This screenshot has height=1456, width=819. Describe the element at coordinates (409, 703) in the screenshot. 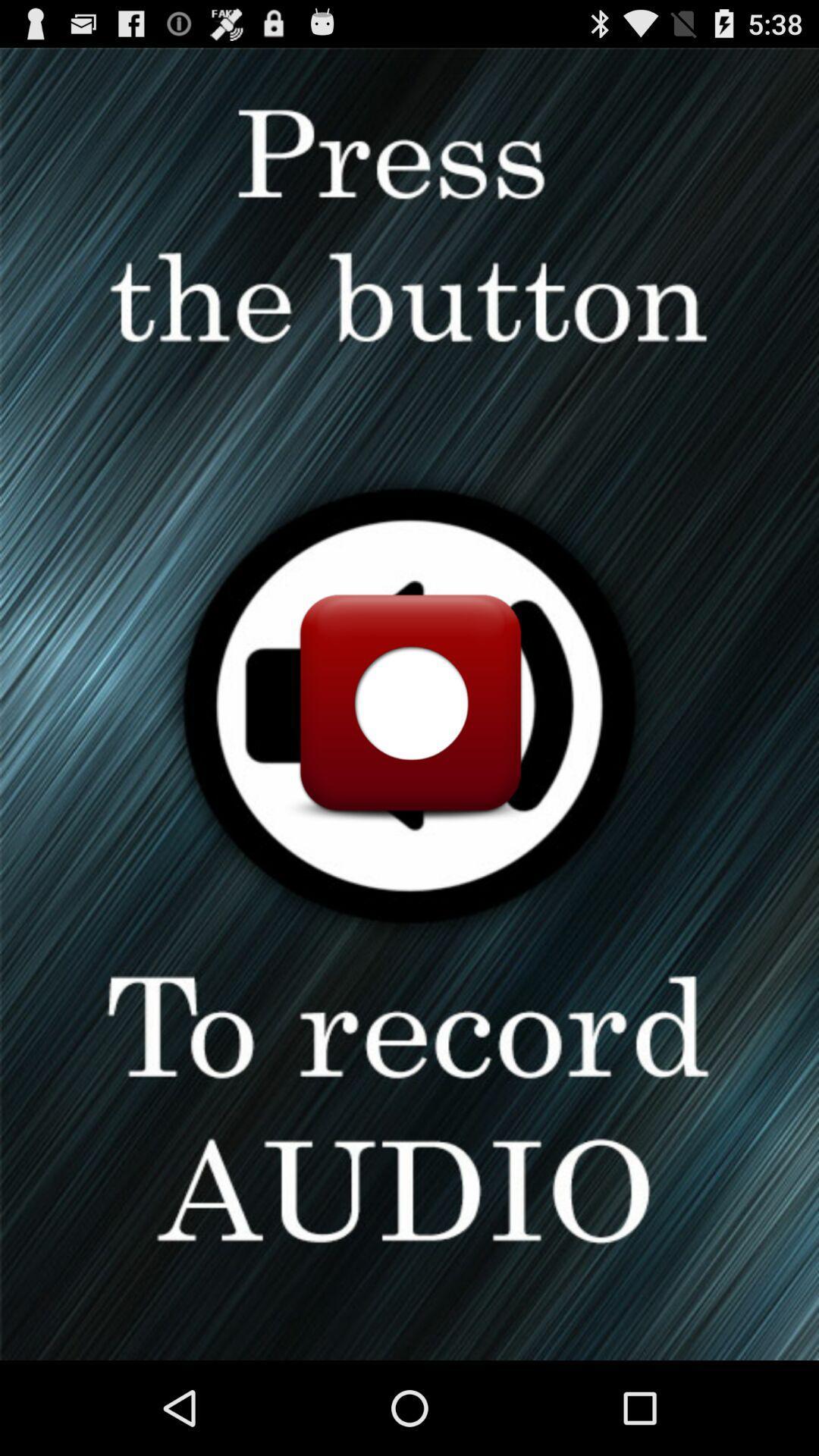

I see `press button to record audio` at that location.